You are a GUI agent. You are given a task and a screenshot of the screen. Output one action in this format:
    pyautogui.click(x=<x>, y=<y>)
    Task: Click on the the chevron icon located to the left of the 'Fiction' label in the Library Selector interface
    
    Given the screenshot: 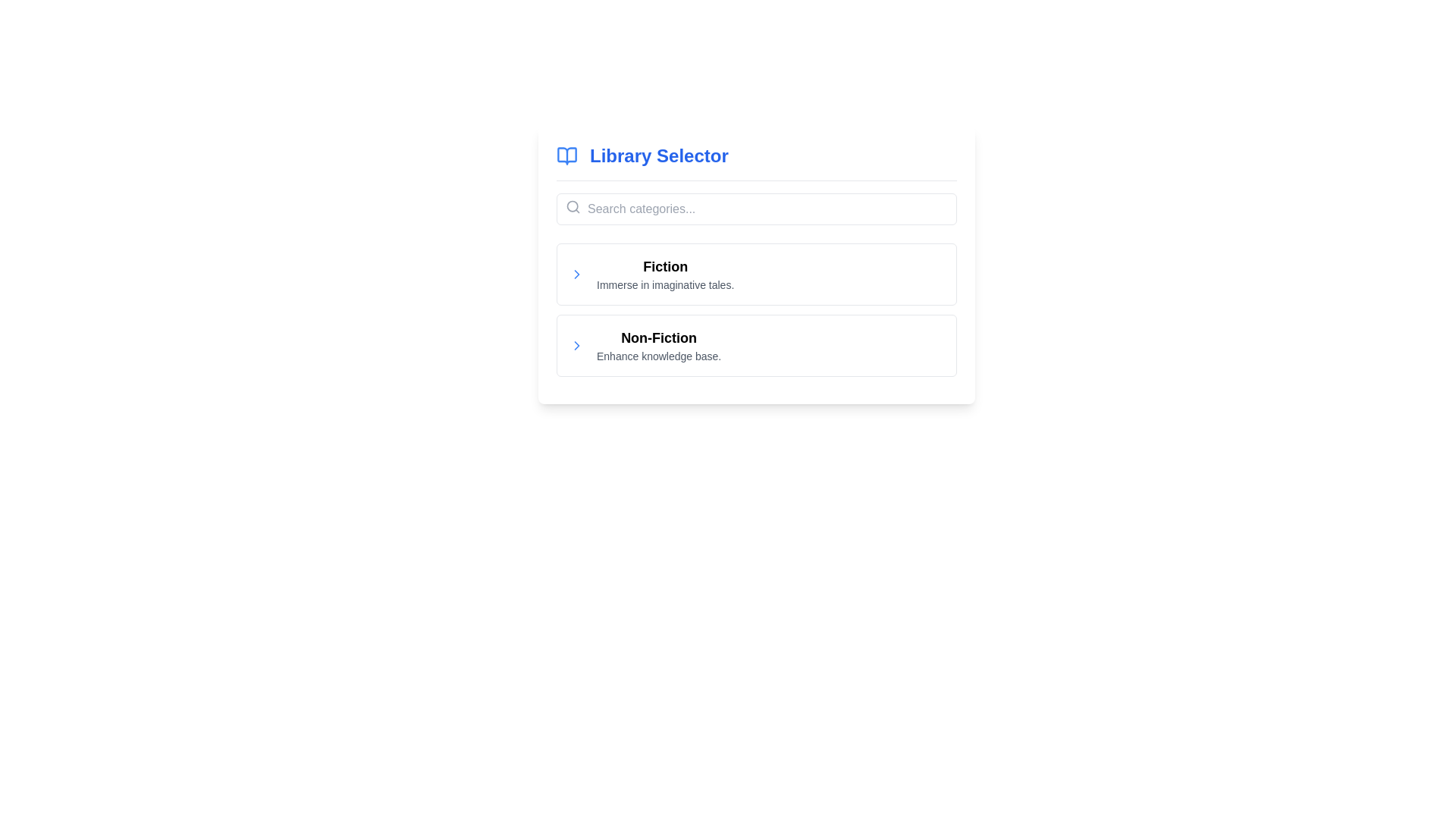 What is the action you would take?
    pyautogui.click(x=576, y=275)
    